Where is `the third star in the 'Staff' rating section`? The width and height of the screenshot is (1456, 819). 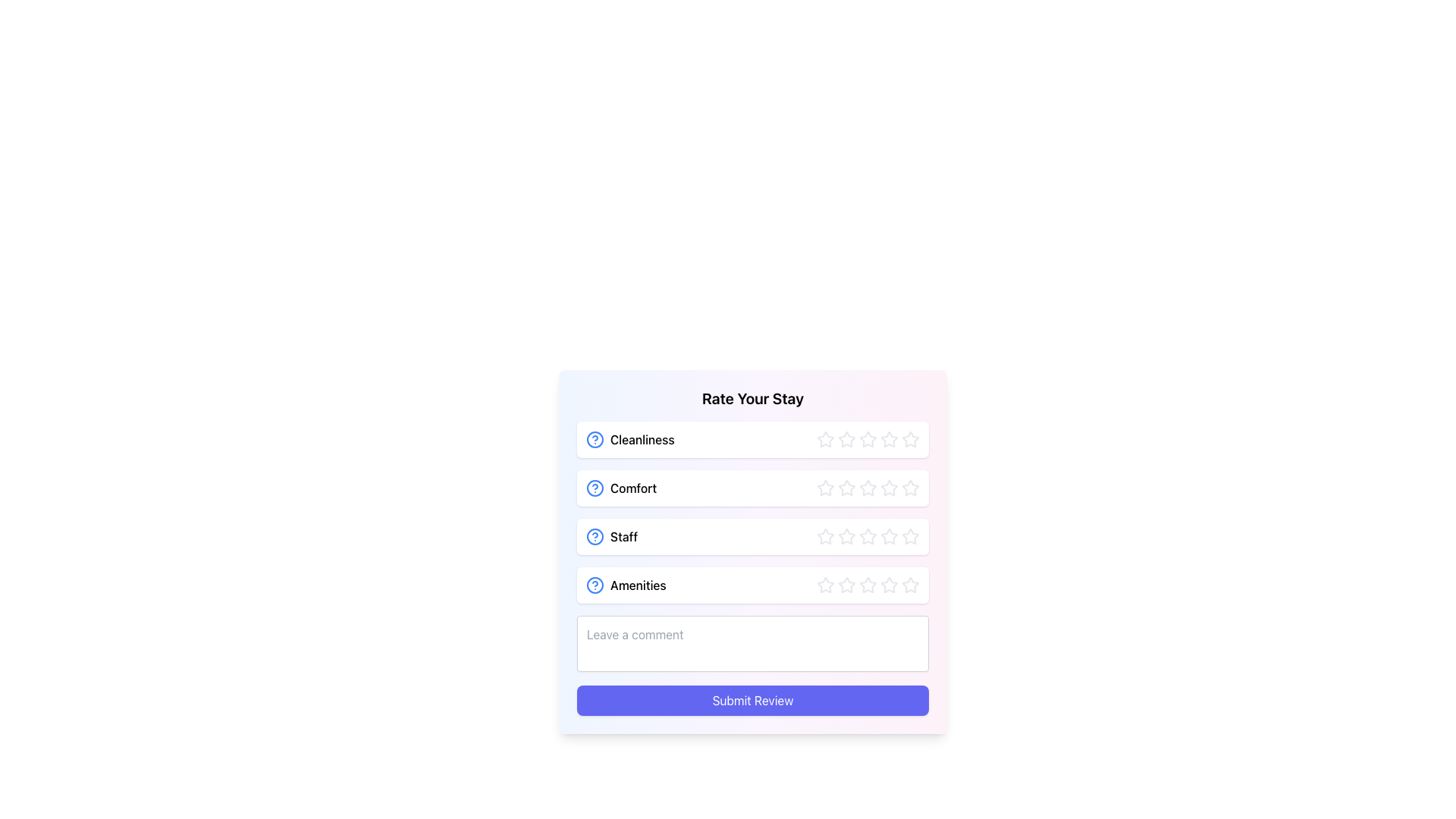 the third star in the 'Staff' rating section is located at coordinates (868, 536).